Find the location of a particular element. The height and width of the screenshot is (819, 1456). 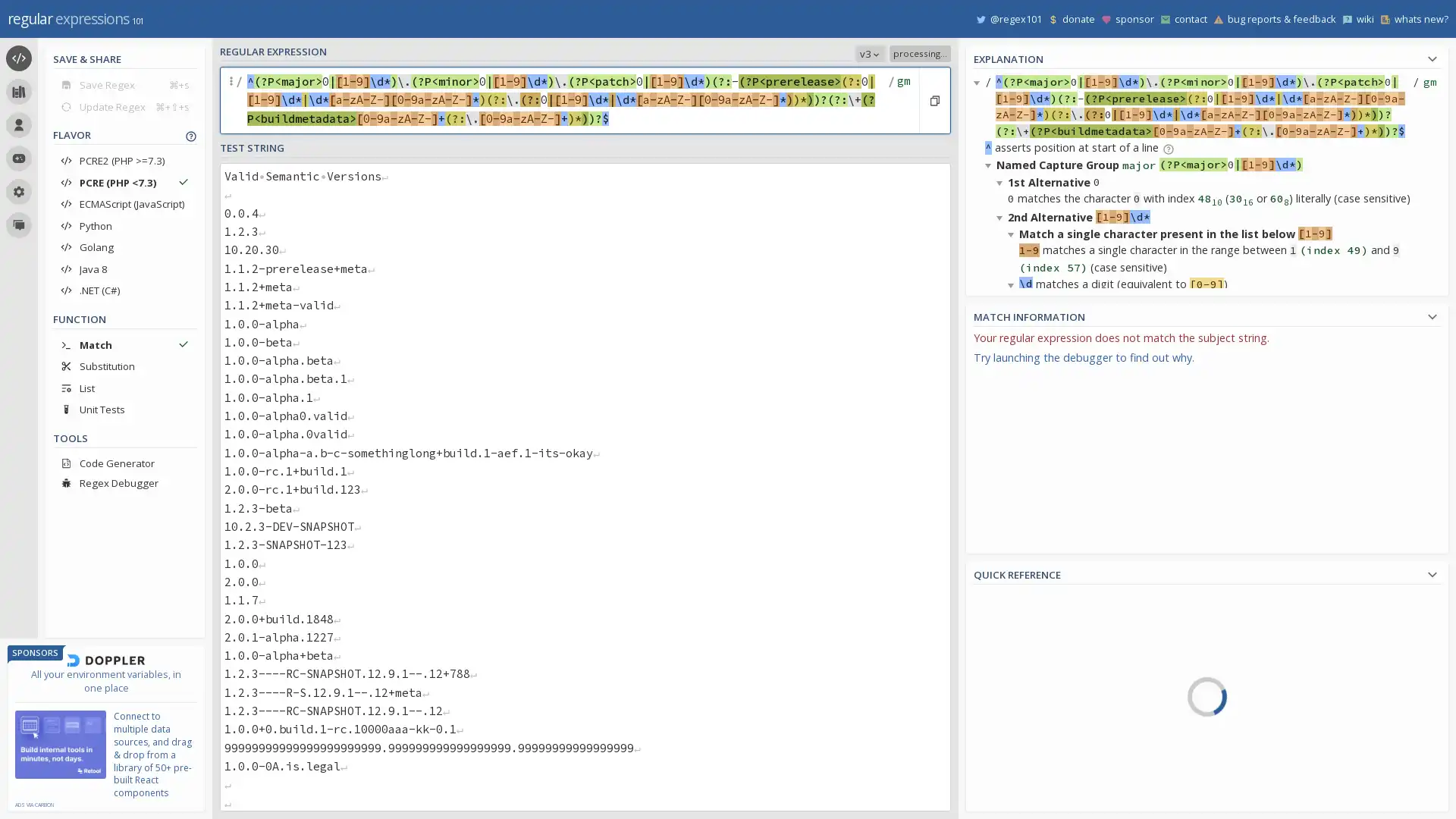

EXPLANATION is located at coordinates (1207, 56).